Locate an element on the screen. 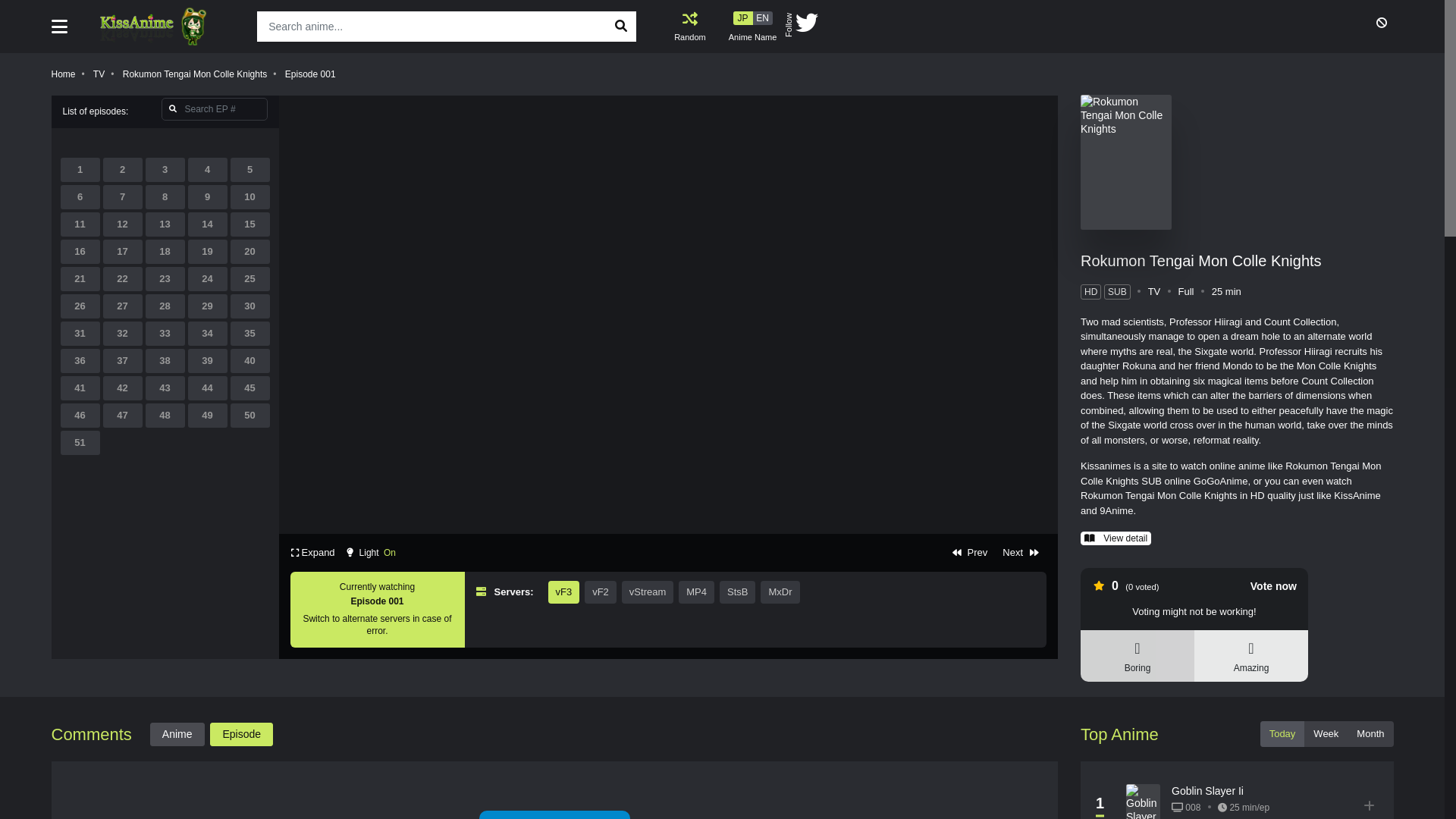 Image resolution: width=1456 pixels, height=819 pixels. '19' is located at coordinates (206, 250).